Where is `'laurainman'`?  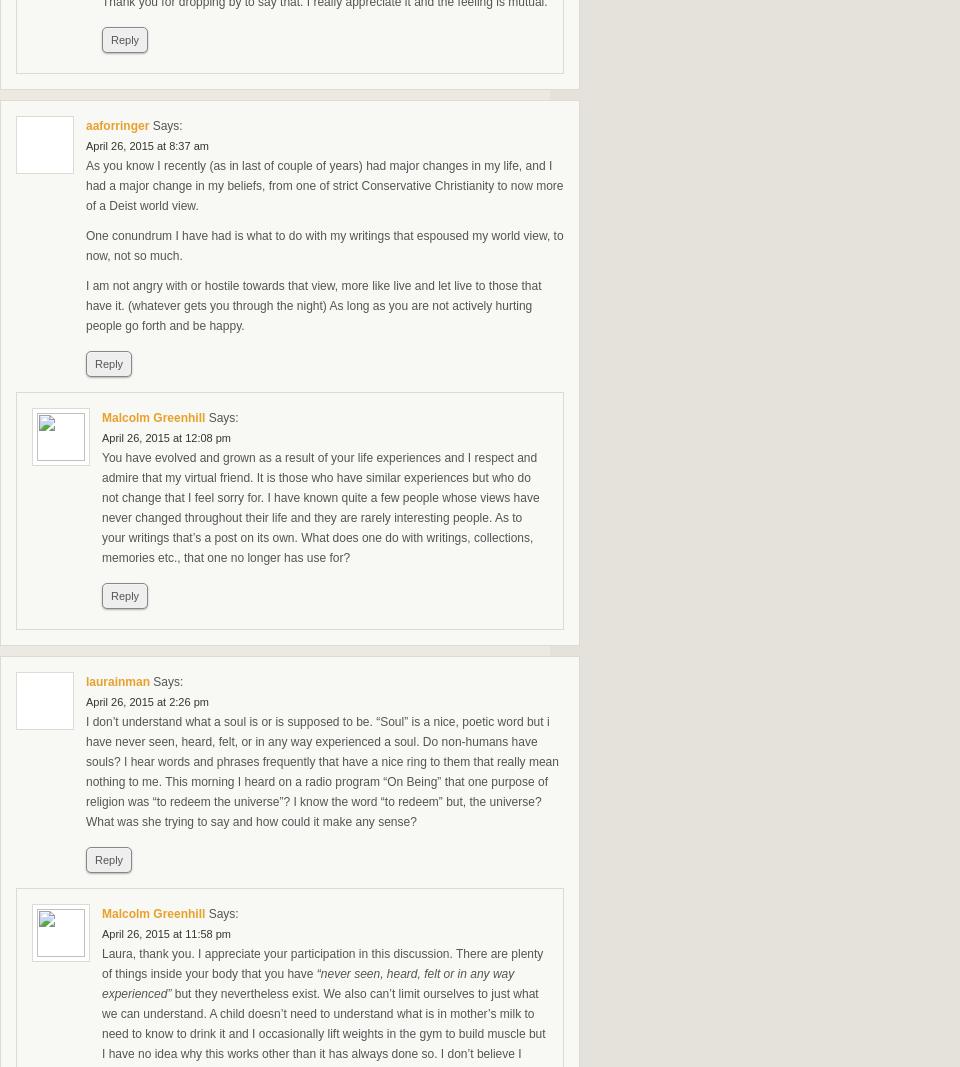 'laurainman' is located at coordinates (86, 682).